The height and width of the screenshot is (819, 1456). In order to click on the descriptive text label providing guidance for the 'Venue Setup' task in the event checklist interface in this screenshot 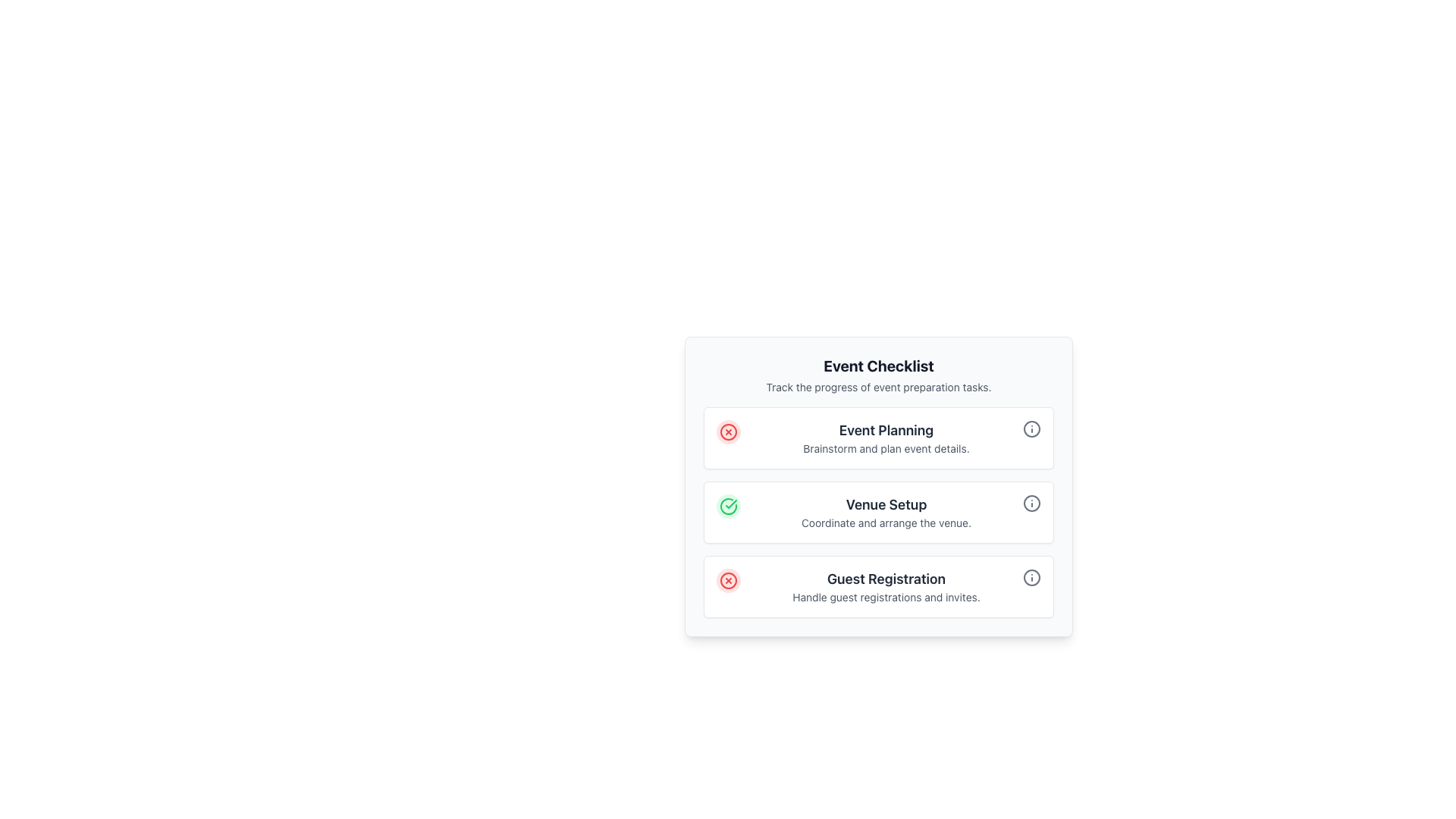, I will do `click(886, 522)`.